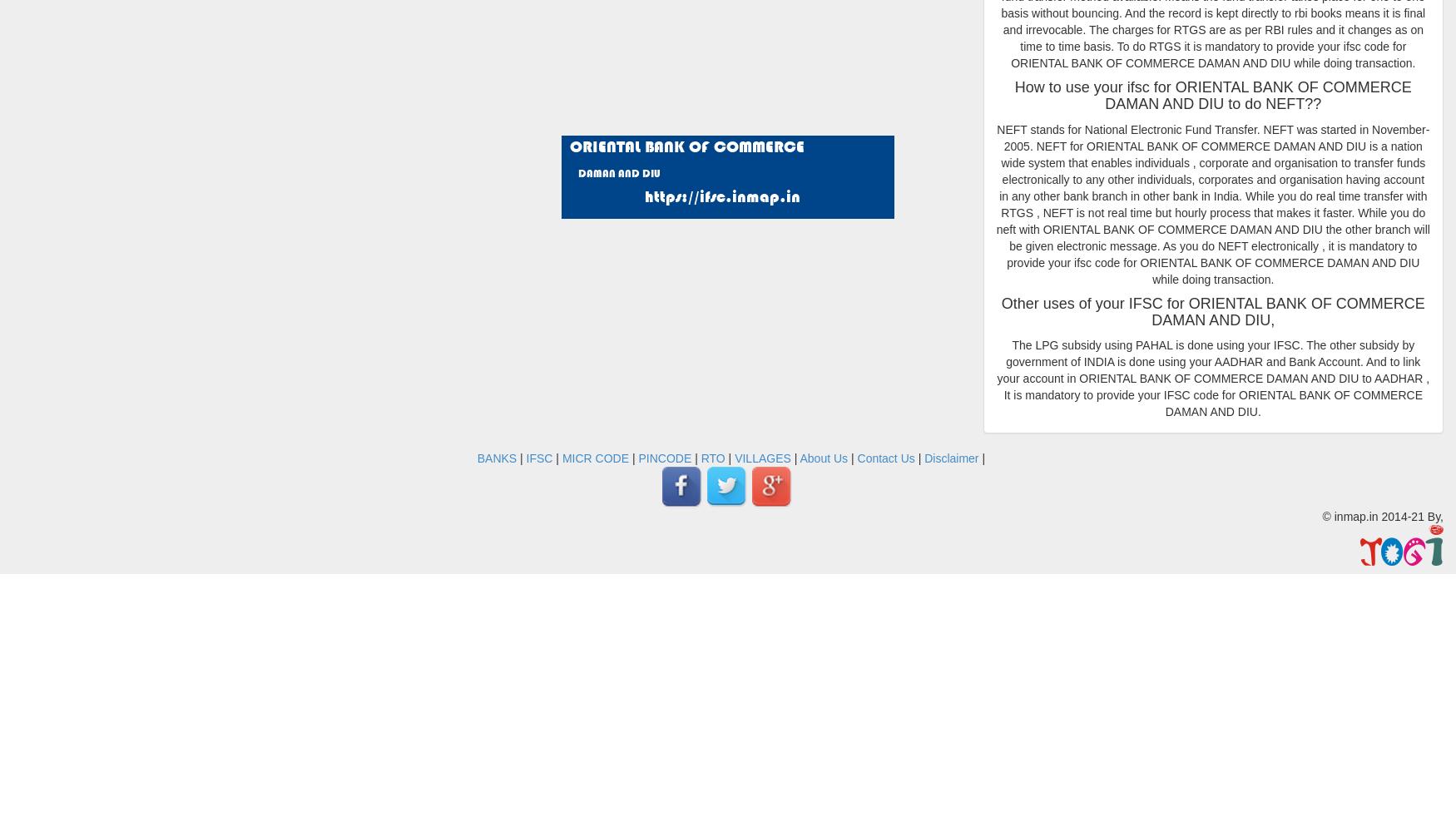 The image size is (1456, 832). I want to click on 'VILLAGES', so click(761, 458).